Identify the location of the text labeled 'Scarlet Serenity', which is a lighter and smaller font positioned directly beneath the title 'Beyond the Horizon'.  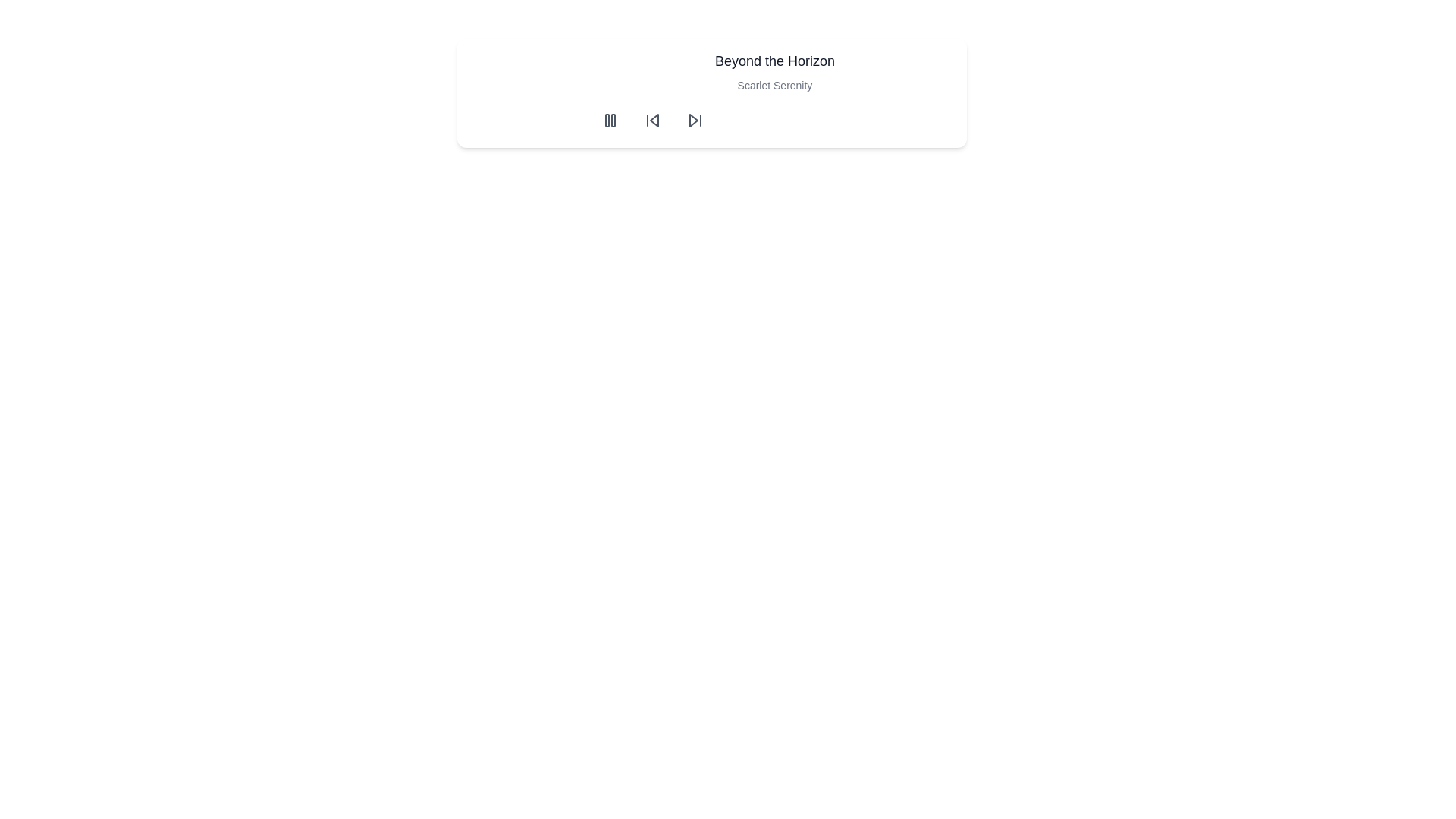
(775, 85).